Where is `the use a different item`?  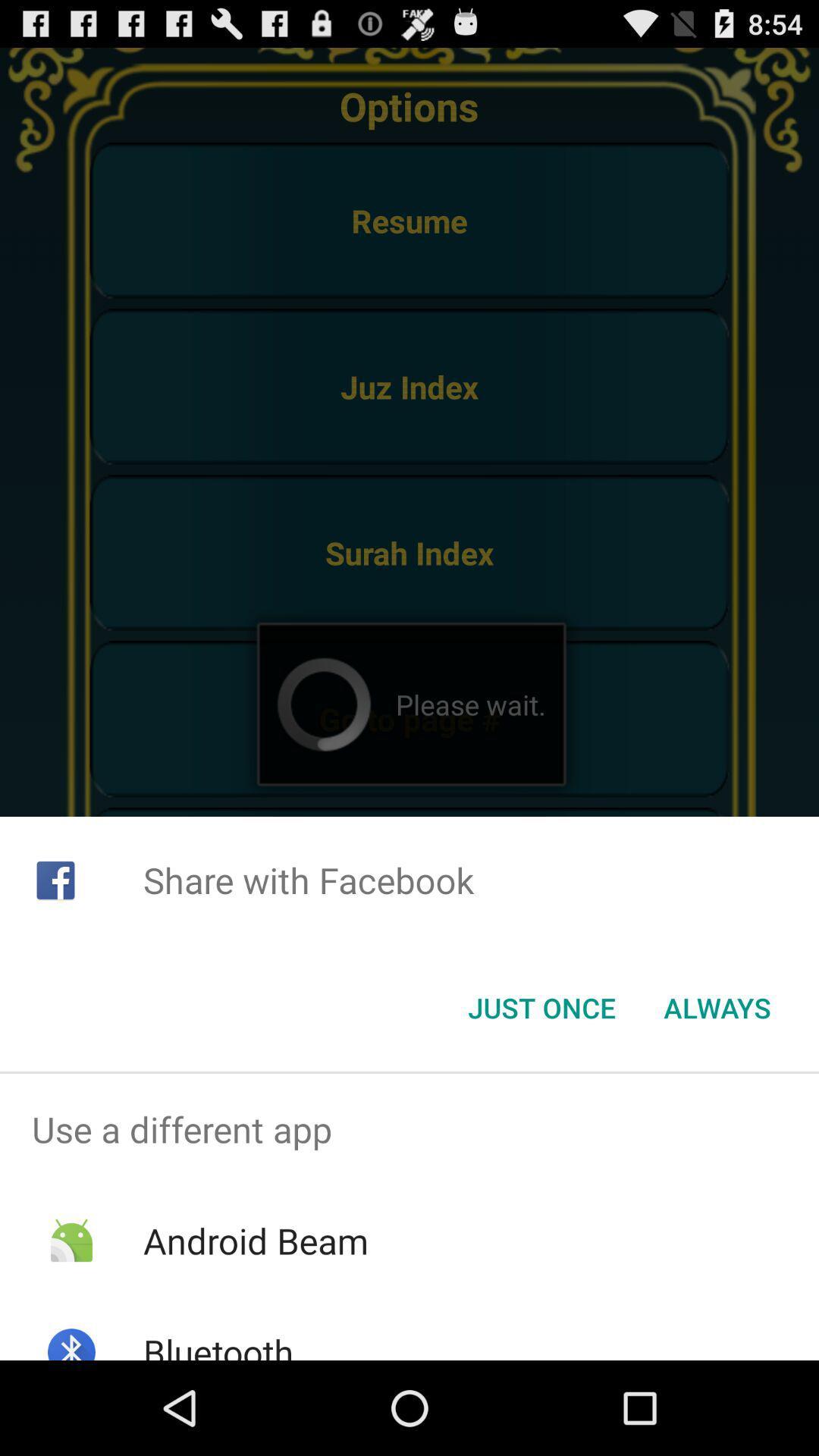
the use a different item is located at coordinates (409, 1129).